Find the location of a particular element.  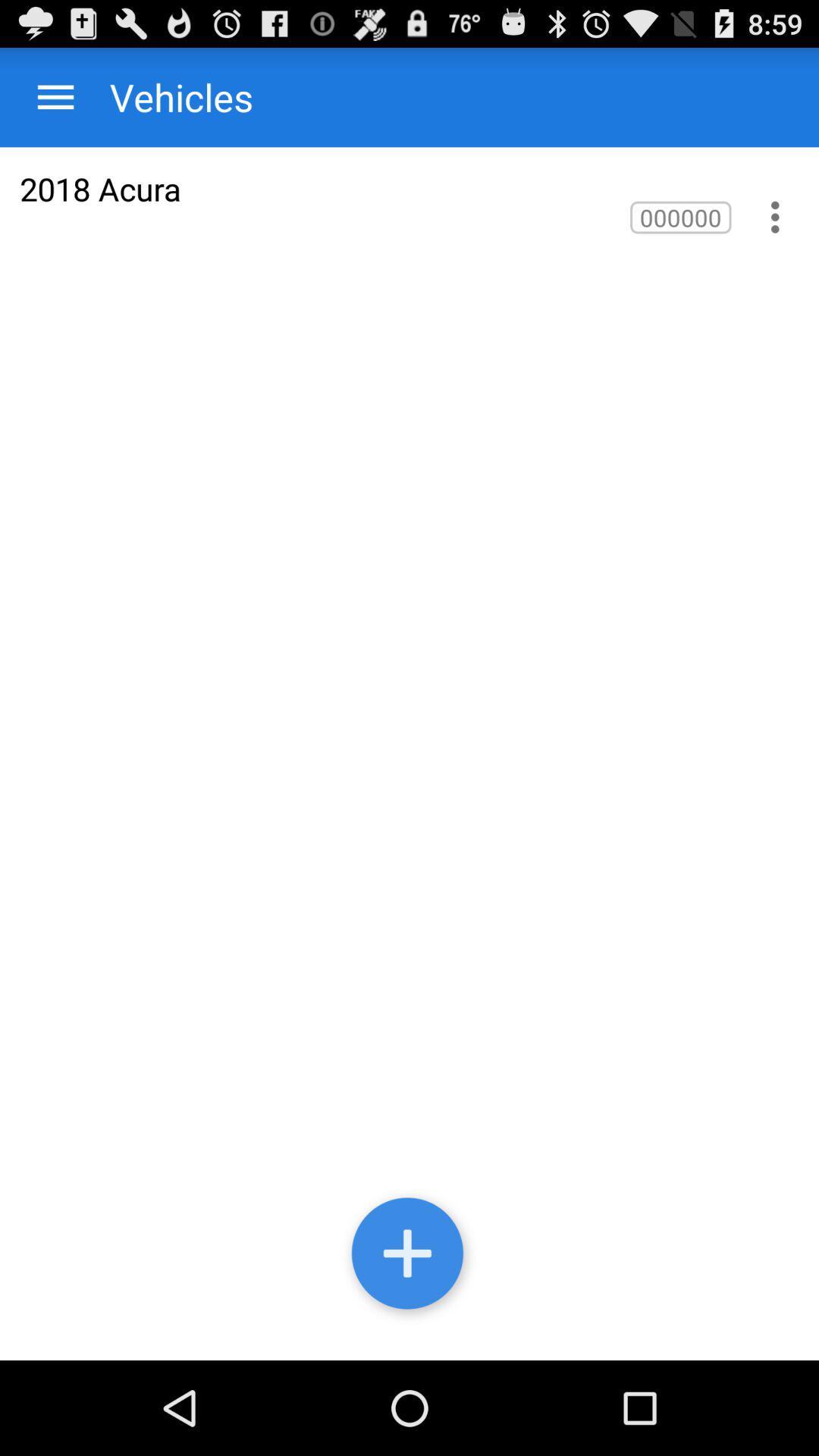

vehicle to list is located at coordinates (409, 1257).